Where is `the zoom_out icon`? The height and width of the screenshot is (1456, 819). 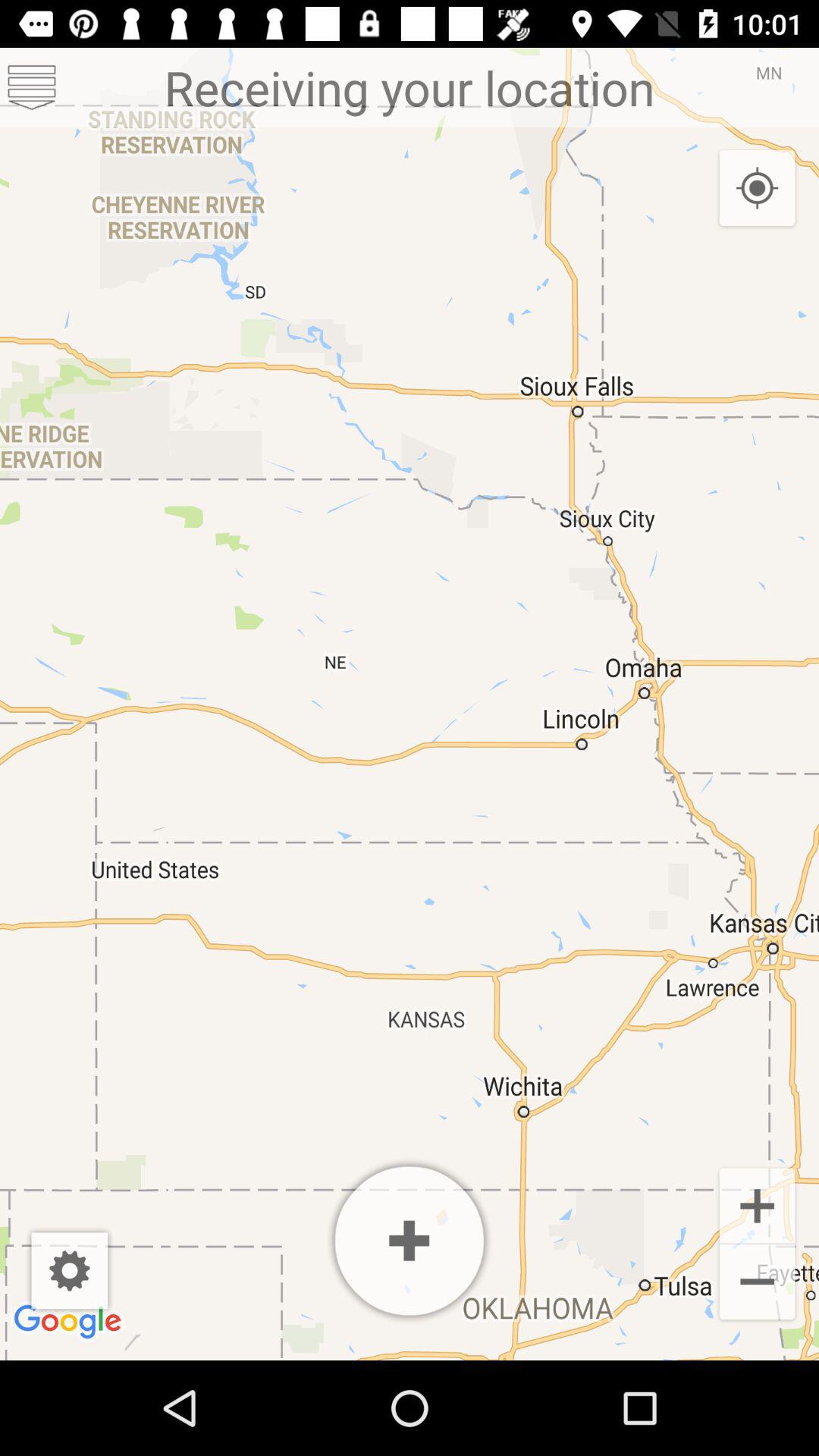
the zoom_out icon is located at coordinates (757, 1283).